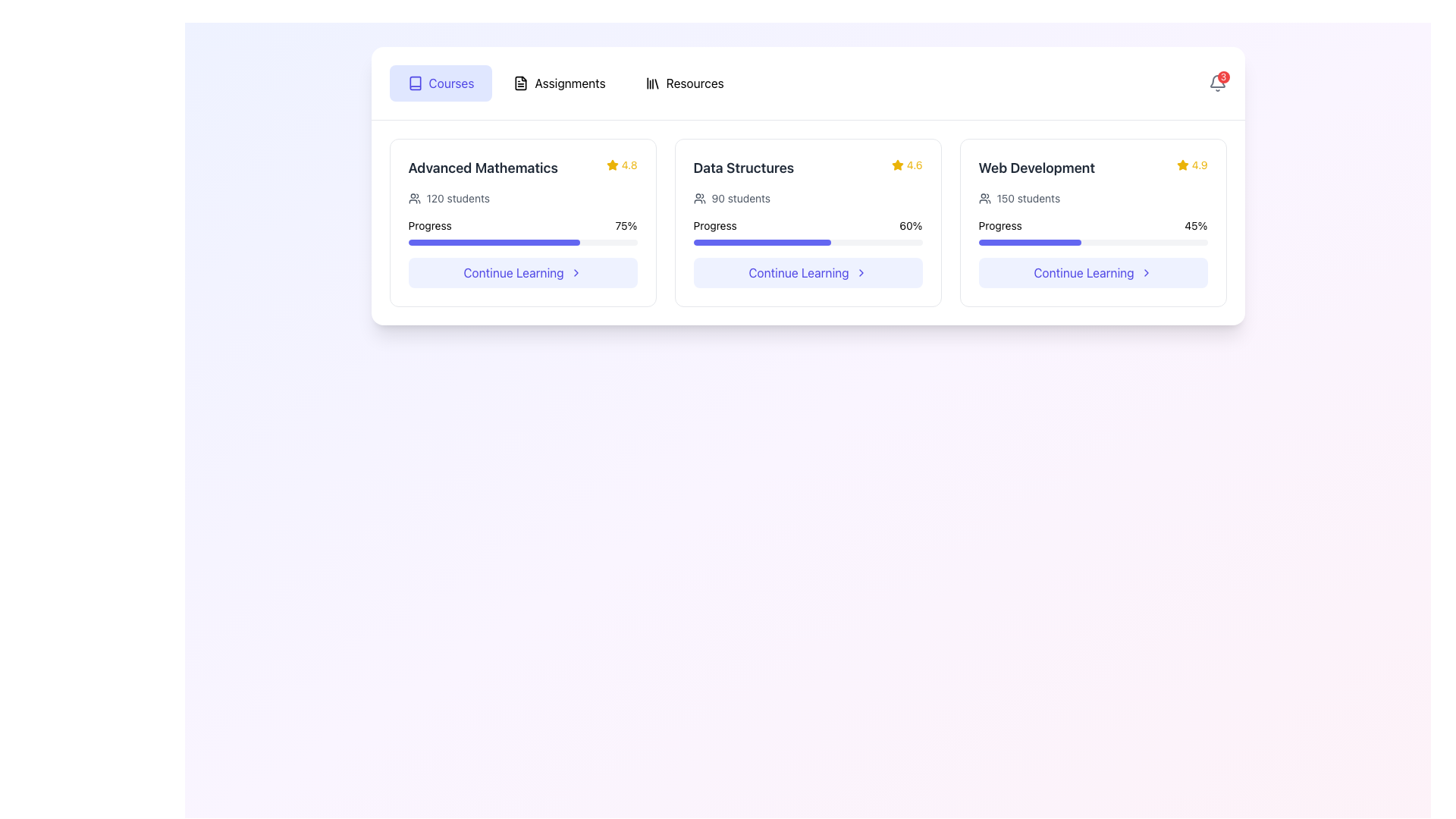 The height and width of the screenshot is (819, 1456). I want to click on the 'Courses' button in the horizontal menu bar at the top of the interface, so click(440, 83).